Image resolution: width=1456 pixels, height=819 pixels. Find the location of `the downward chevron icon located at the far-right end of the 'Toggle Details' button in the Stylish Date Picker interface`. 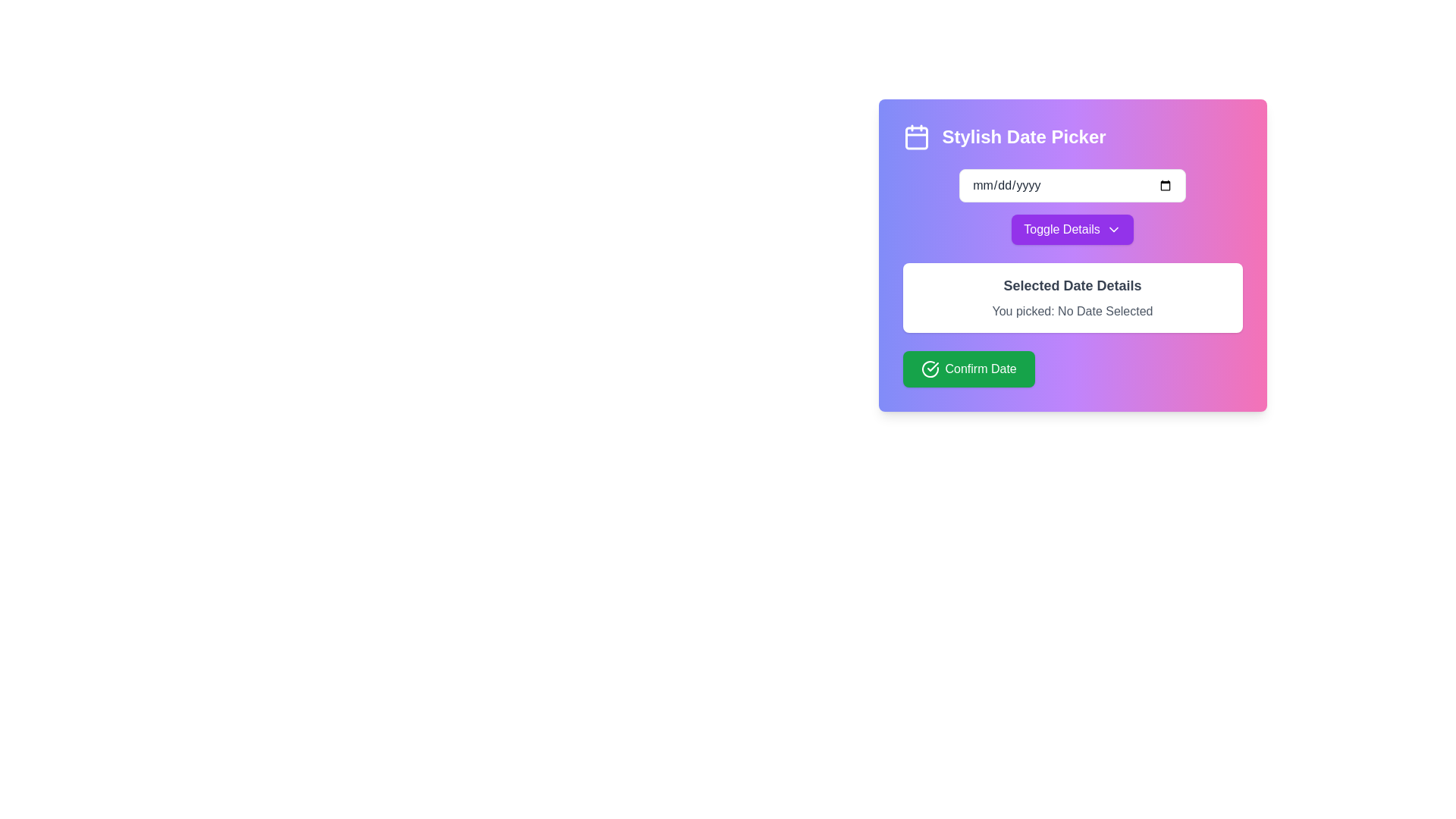

the downward chevron icon located at the far-right end of the 'Toggle Details' button in the Stylish Date Picker interface is located at coordinates (1113, 230).